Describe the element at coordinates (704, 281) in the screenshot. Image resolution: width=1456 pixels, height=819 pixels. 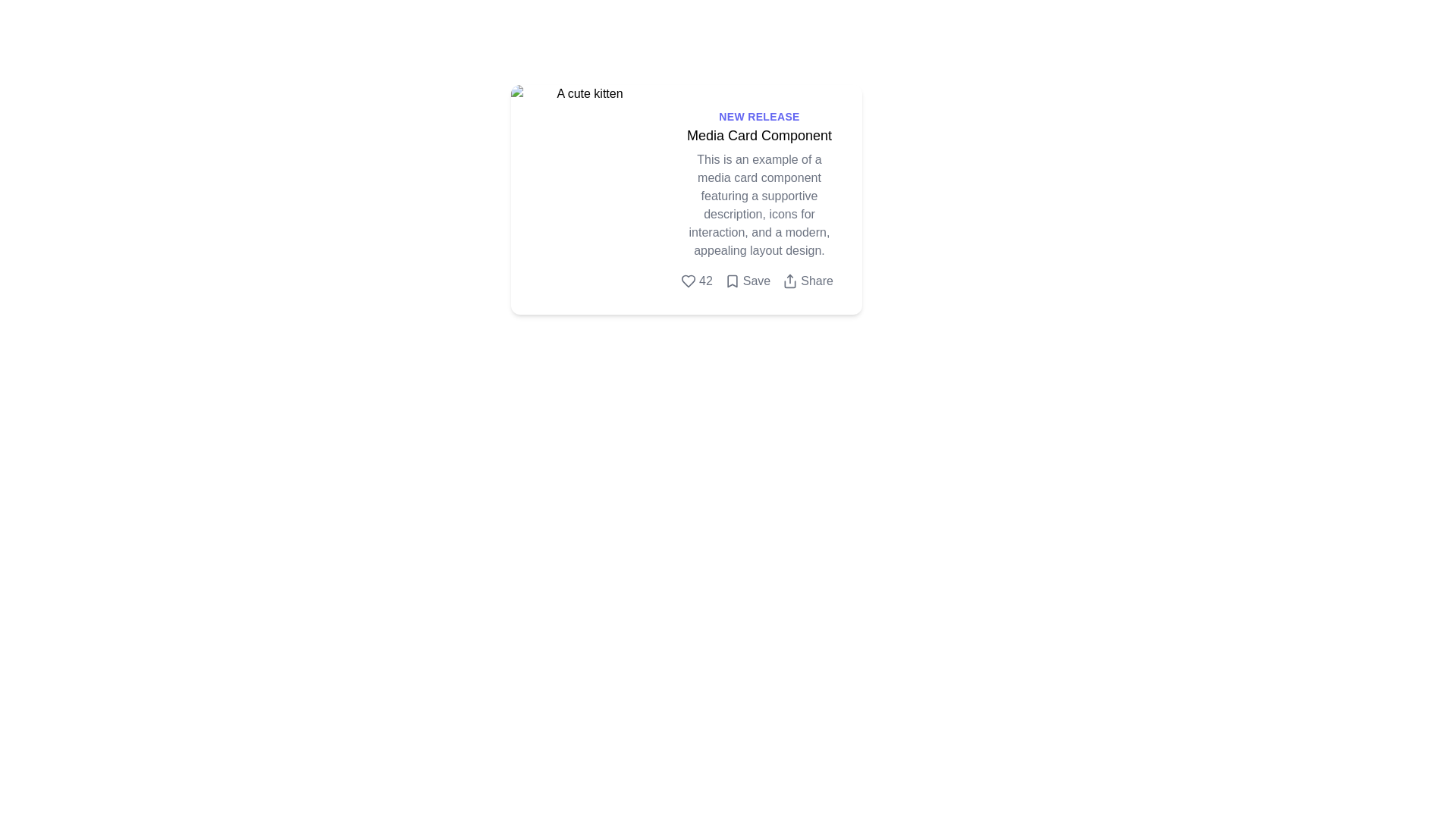
I see `text displayed in the label that shows the number of favorites or likes, positioned to the right of the heart icon in the lower central area of the card interface` at that location.